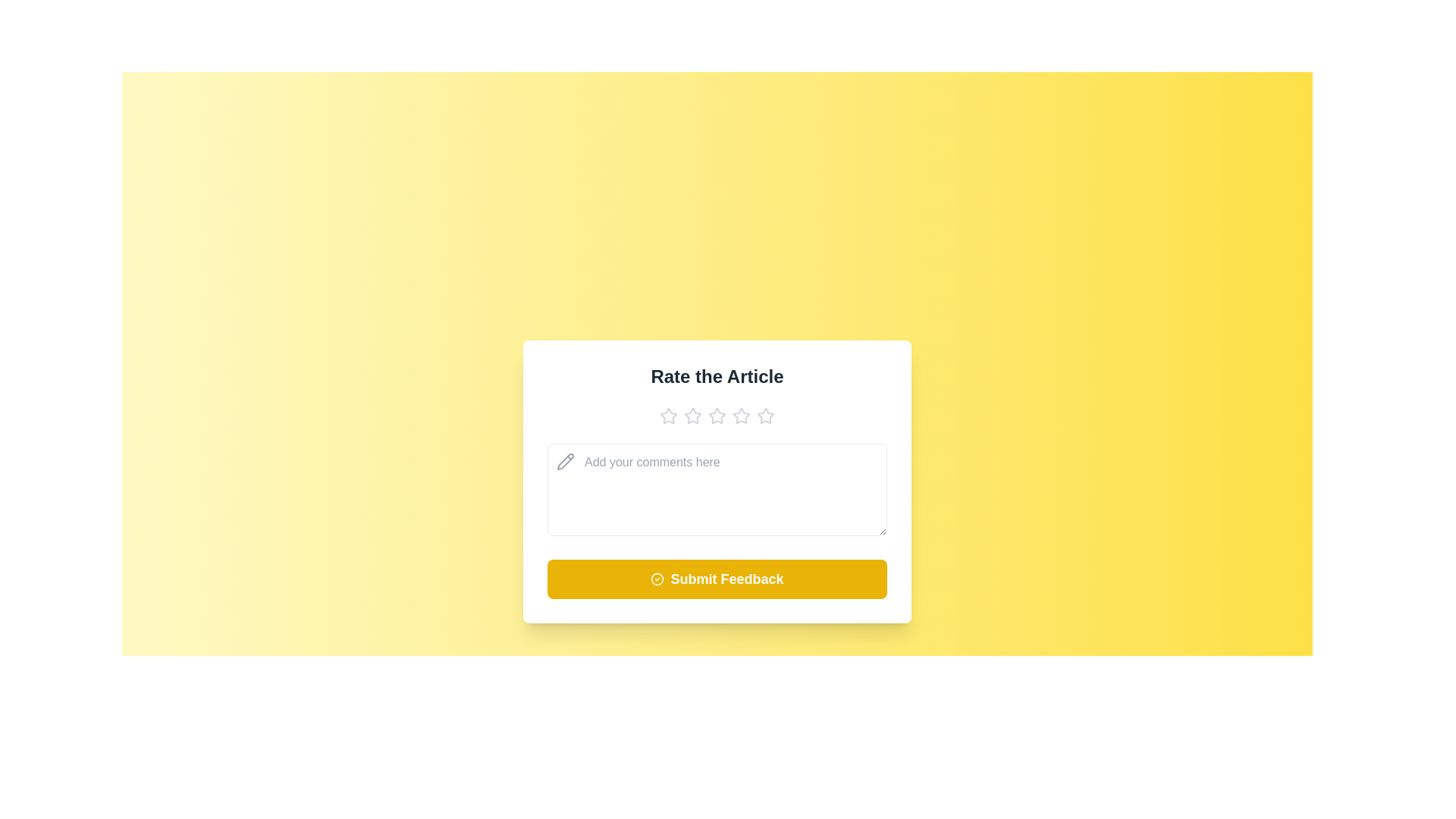 This screenshot has height=819, width=1456. What do you see at coordinates (657, 579) in the screenshot?
I see `the circular icon with a checkmark inside, which is located to the left of the 'Submit Feedback' button text` at bounding box center [657, 579].